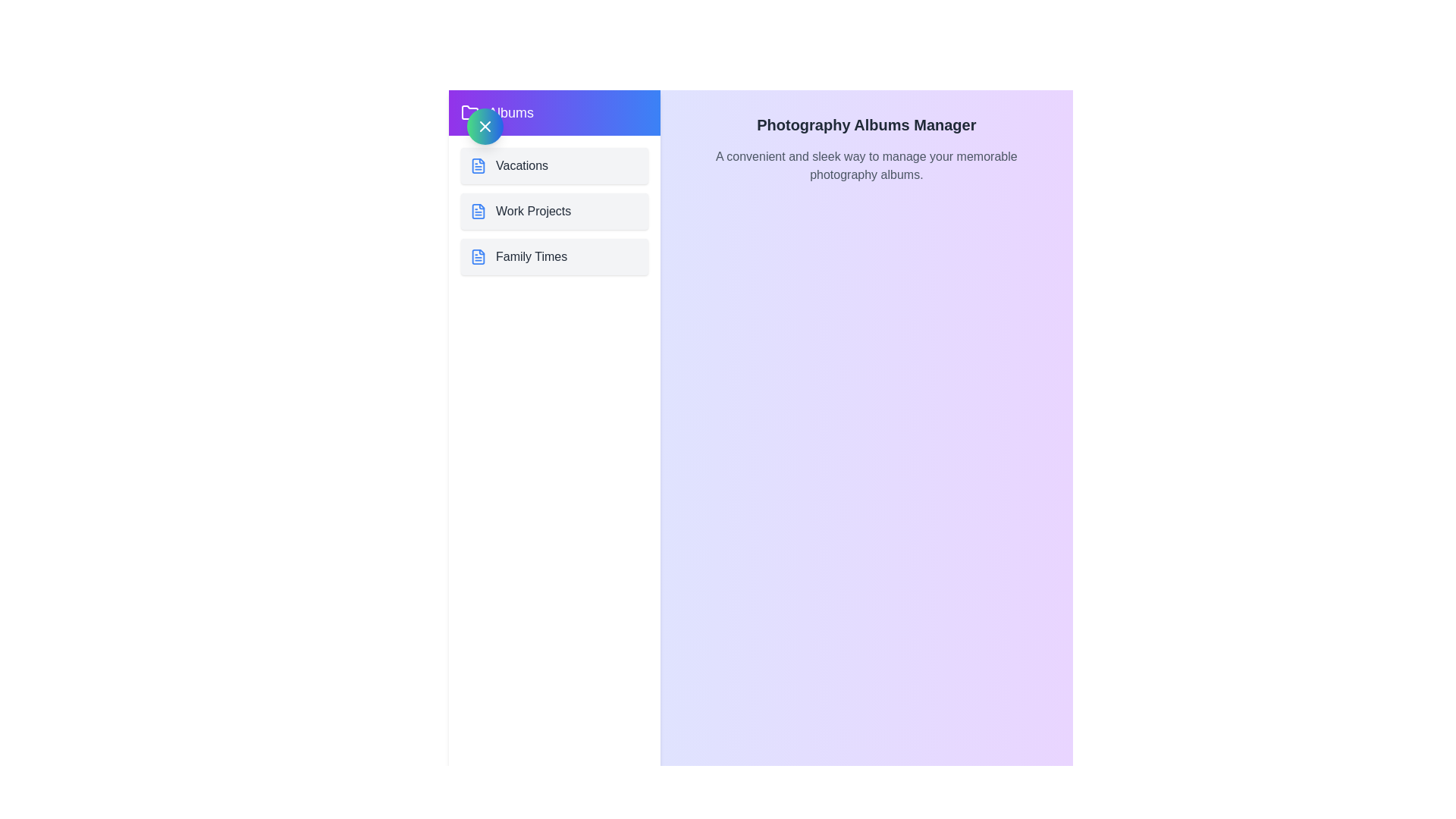 The height and width of the screenshot is (819, 1456). I want to click on the album Family Times from the list, so click(553, 256).